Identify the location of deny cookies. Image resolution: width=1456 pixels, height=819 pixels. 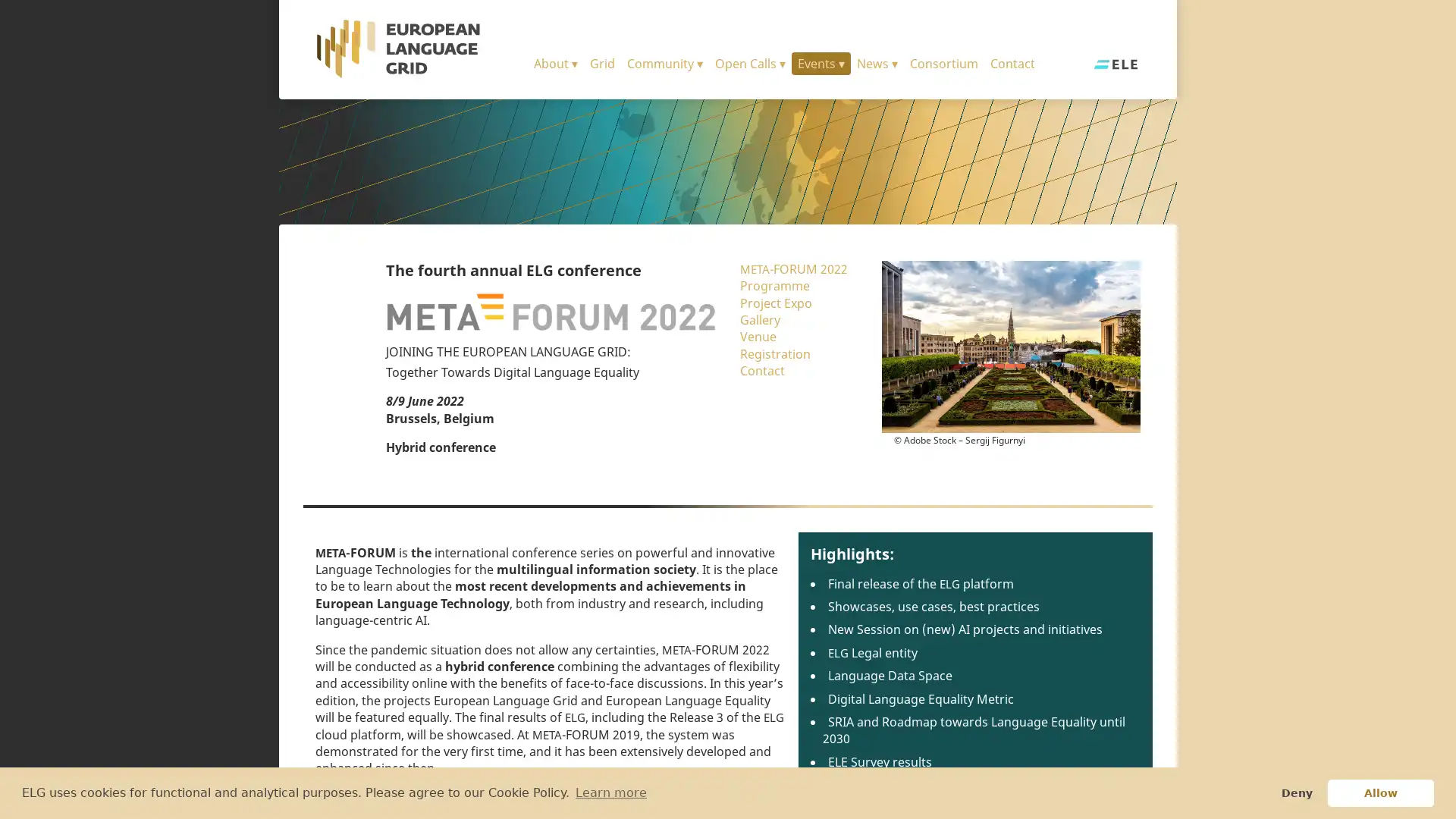
(1295, 792).